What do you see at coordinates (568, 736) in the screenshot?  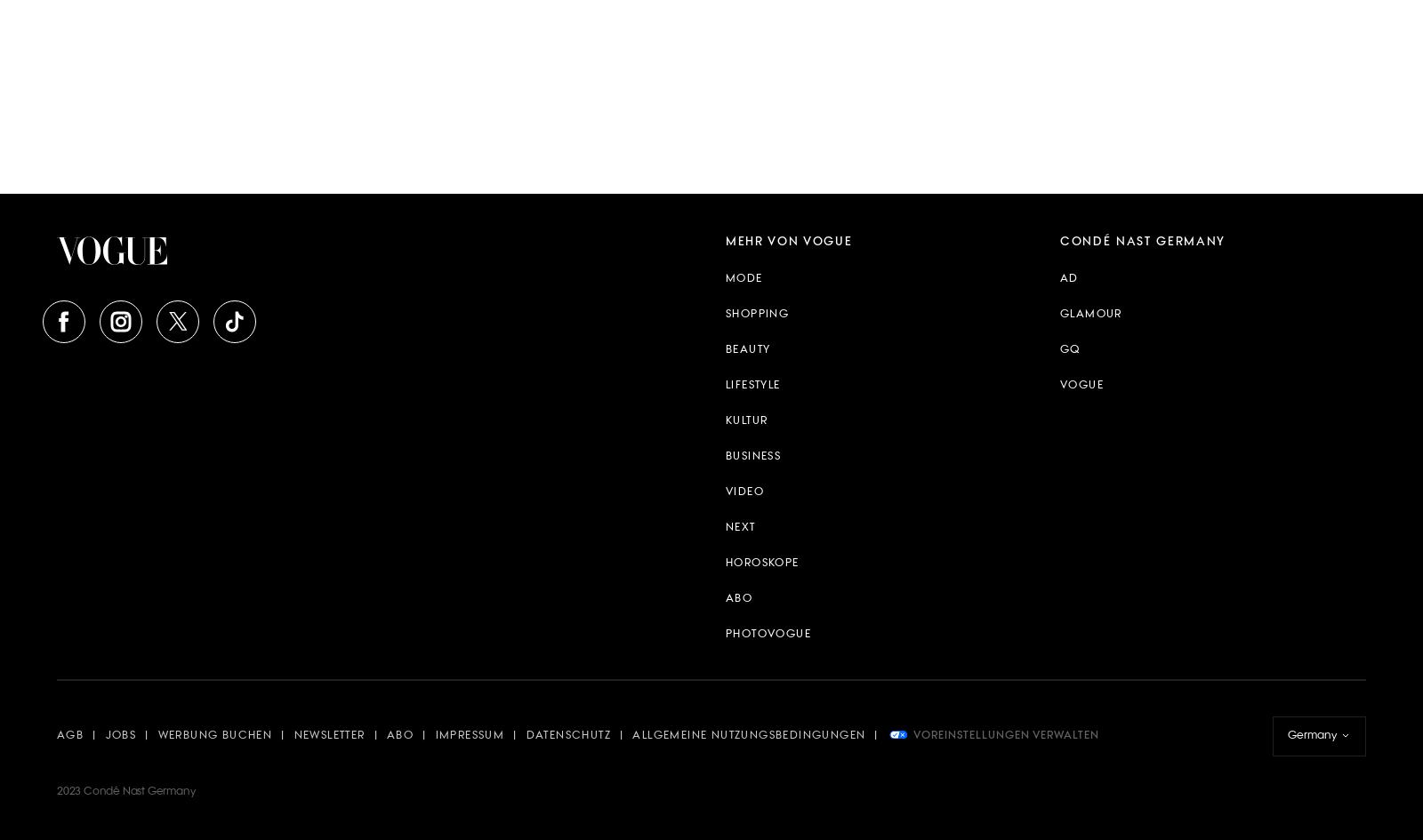 I see `'Datenschutz'` at bounding box center [568, 736].